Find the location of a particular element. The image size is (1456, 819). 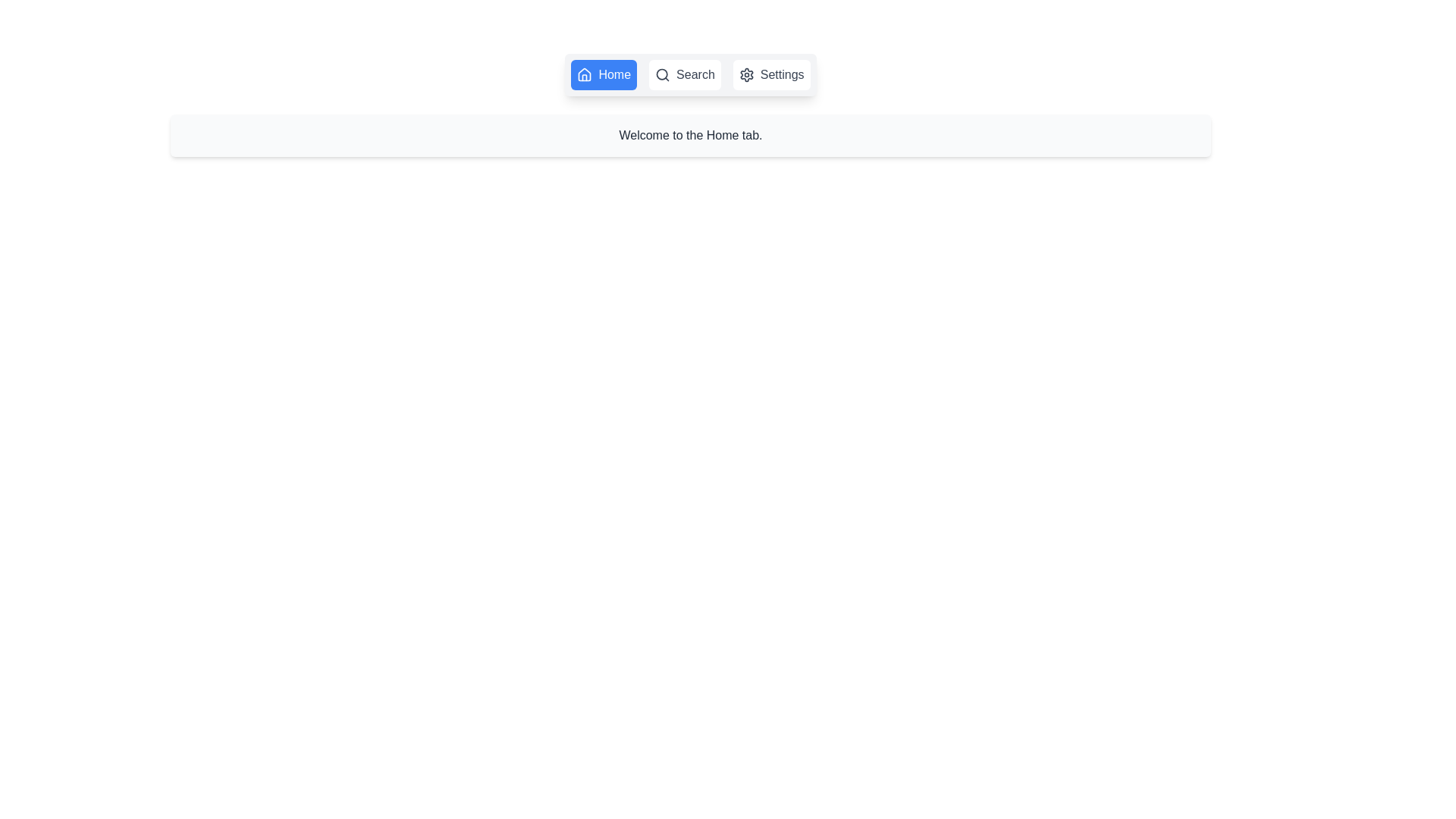

the cog or gear icon representing the 'Settings' option in the navigation bar, which is the first graphical element of the 'Settings' button is located at coordinates (746, 75).